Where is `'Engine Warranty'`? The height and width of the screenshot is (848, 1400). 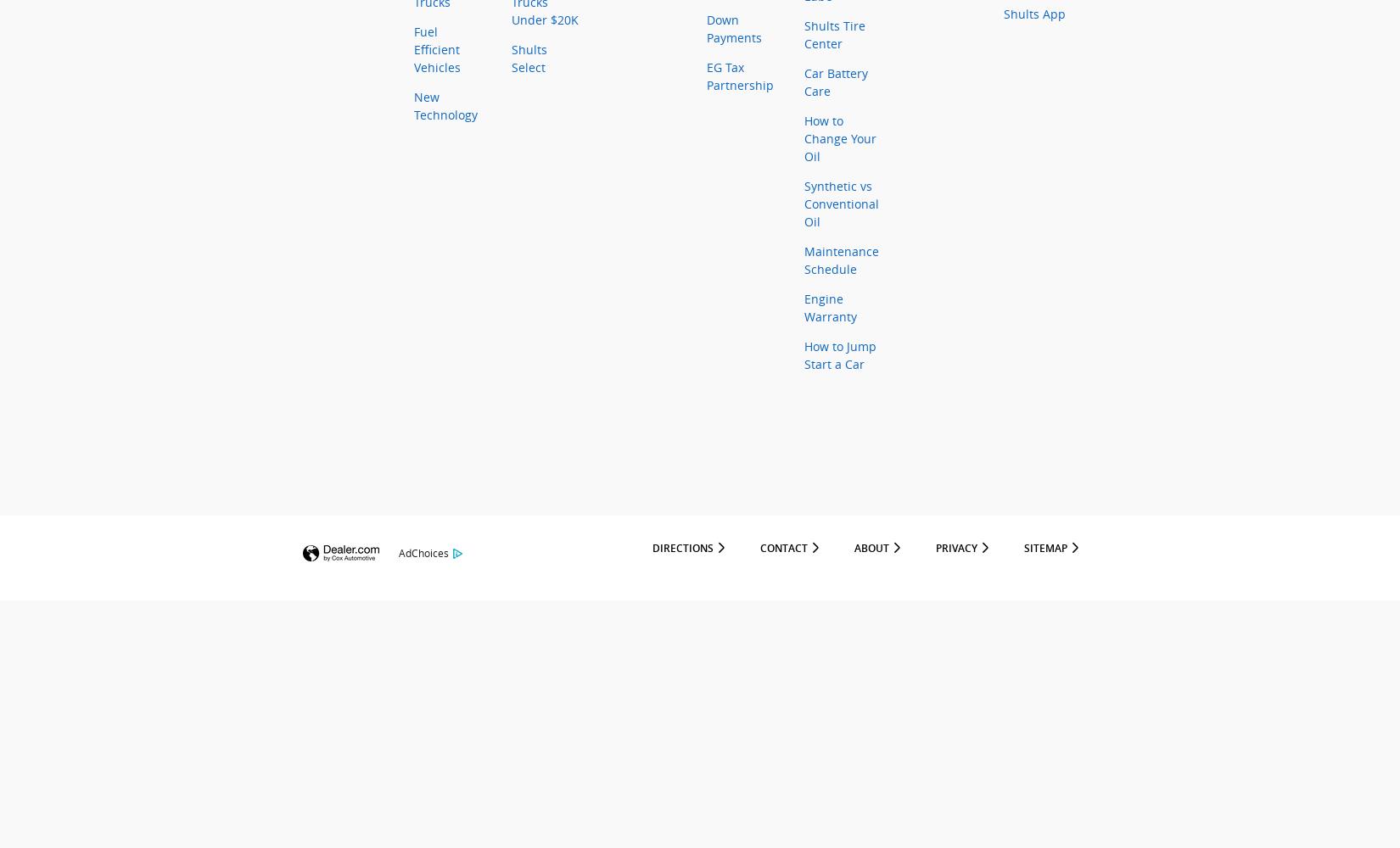 'Engine Warranty' is located at coordinates (830, 307).